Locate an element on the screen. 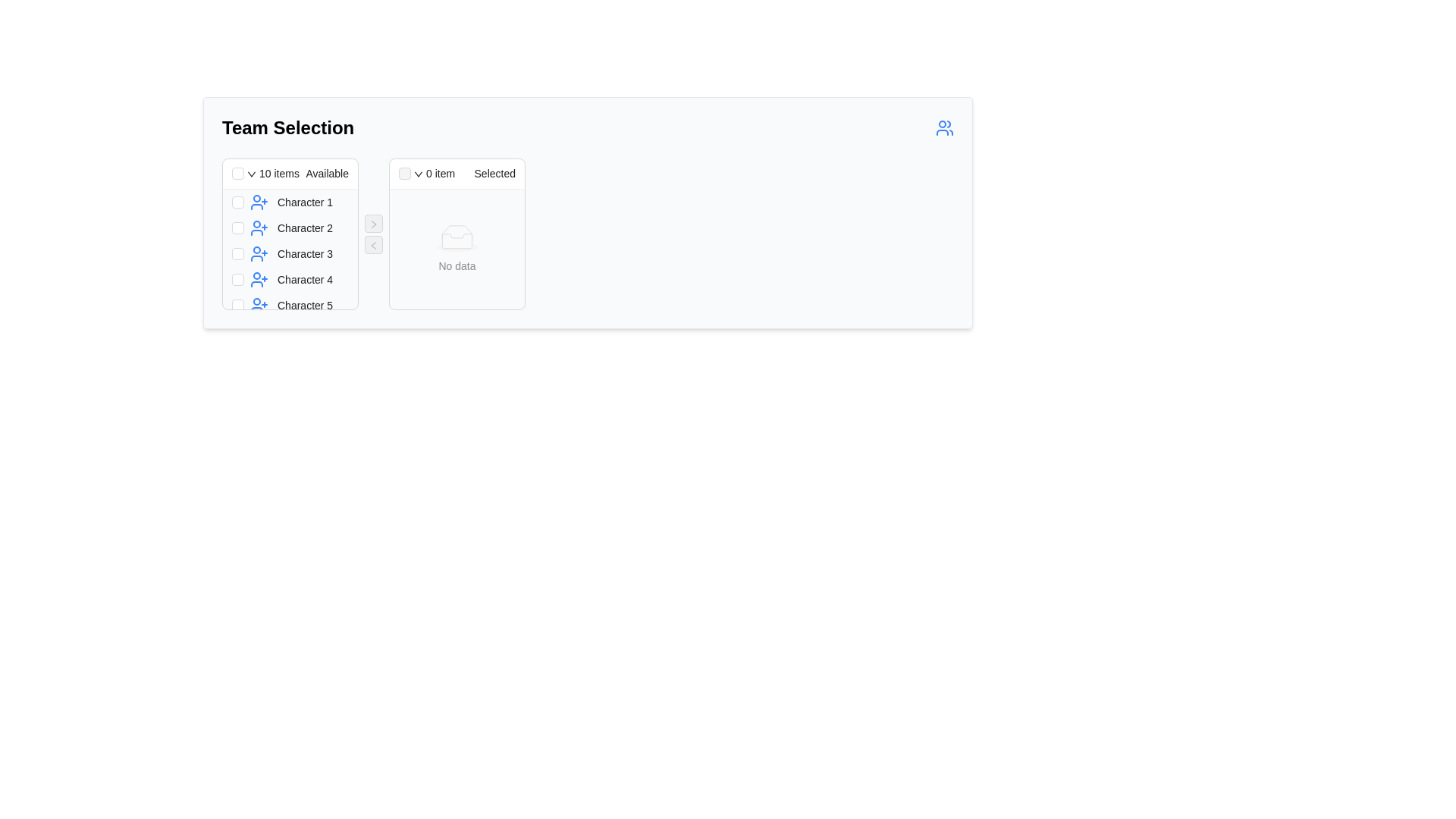 The height and width of the screenshot is (819, 1456). the left-pointing arrow icon, which is centrally positioned between two panels in the user interface is located at coordinates (373, 244).